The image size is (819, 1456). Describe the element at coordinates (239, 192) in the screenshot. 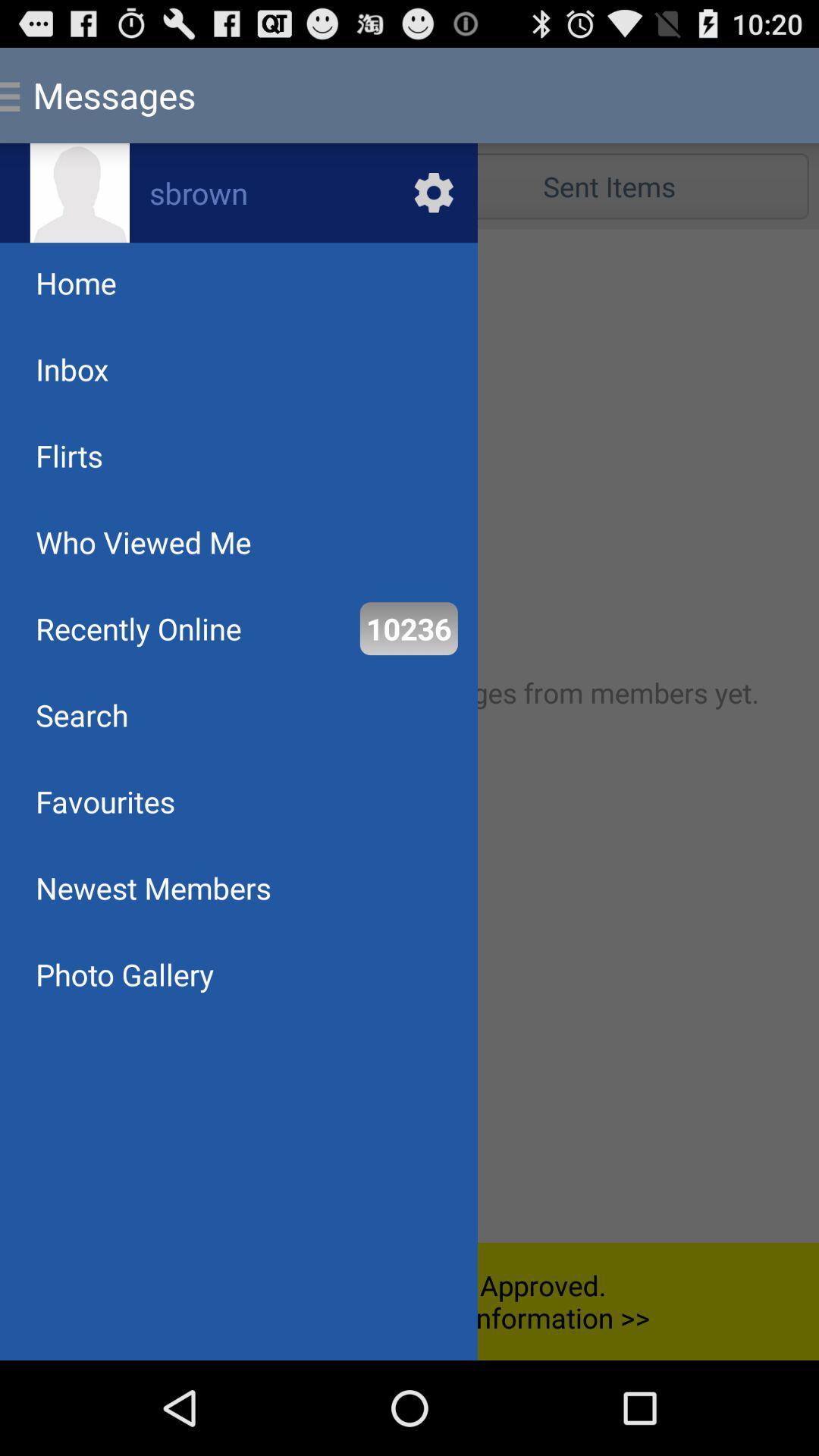

I see `profile setting` at that location.